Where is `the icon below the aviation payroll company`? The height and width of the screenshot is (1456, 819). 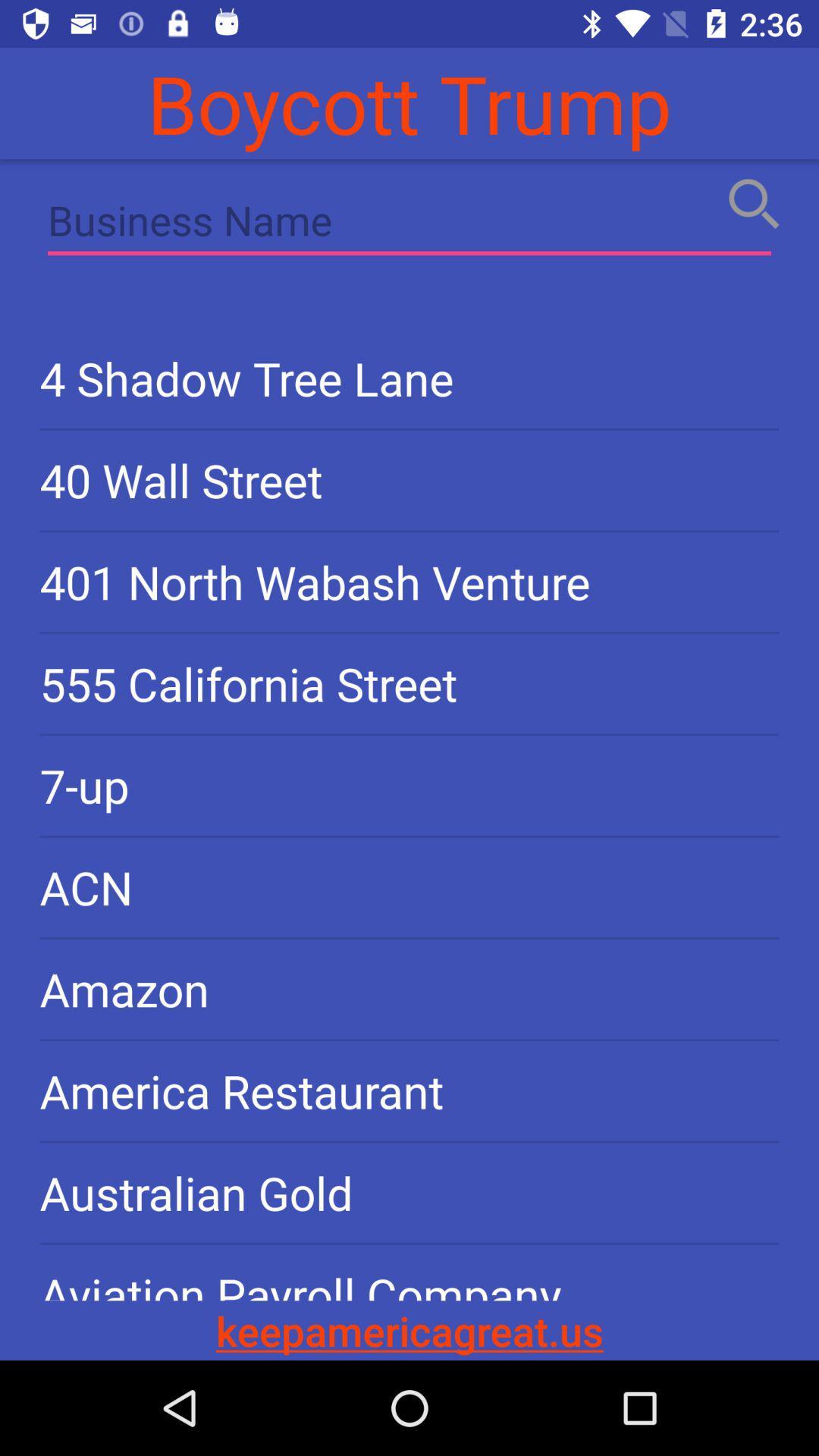
the icon below the aviation payroll company is located at coordinates (409, 1329).